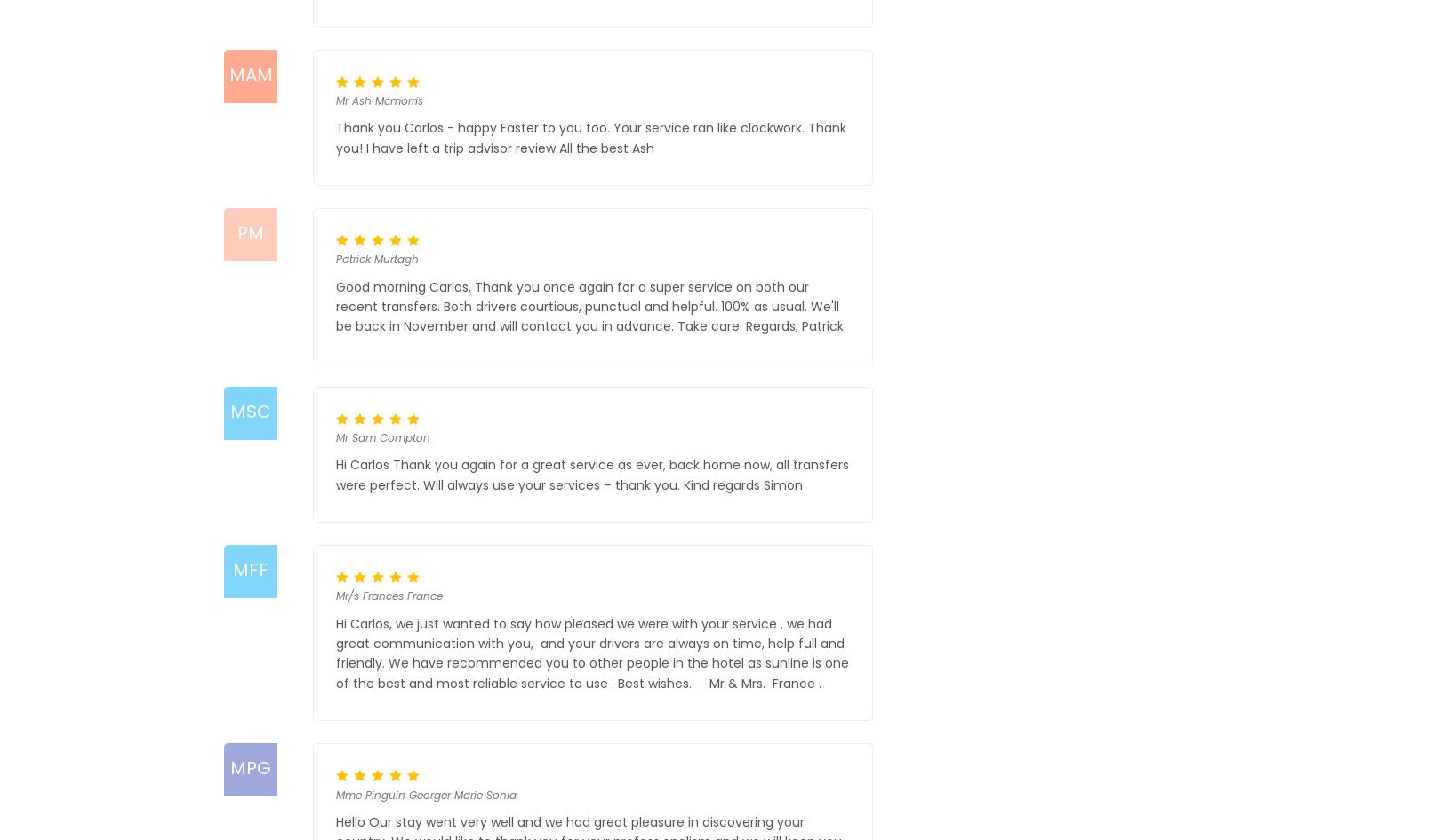  Describe the element at coordinates (381, 436) in the screenshot. I see `'Mr Sam Compton'` at that location.